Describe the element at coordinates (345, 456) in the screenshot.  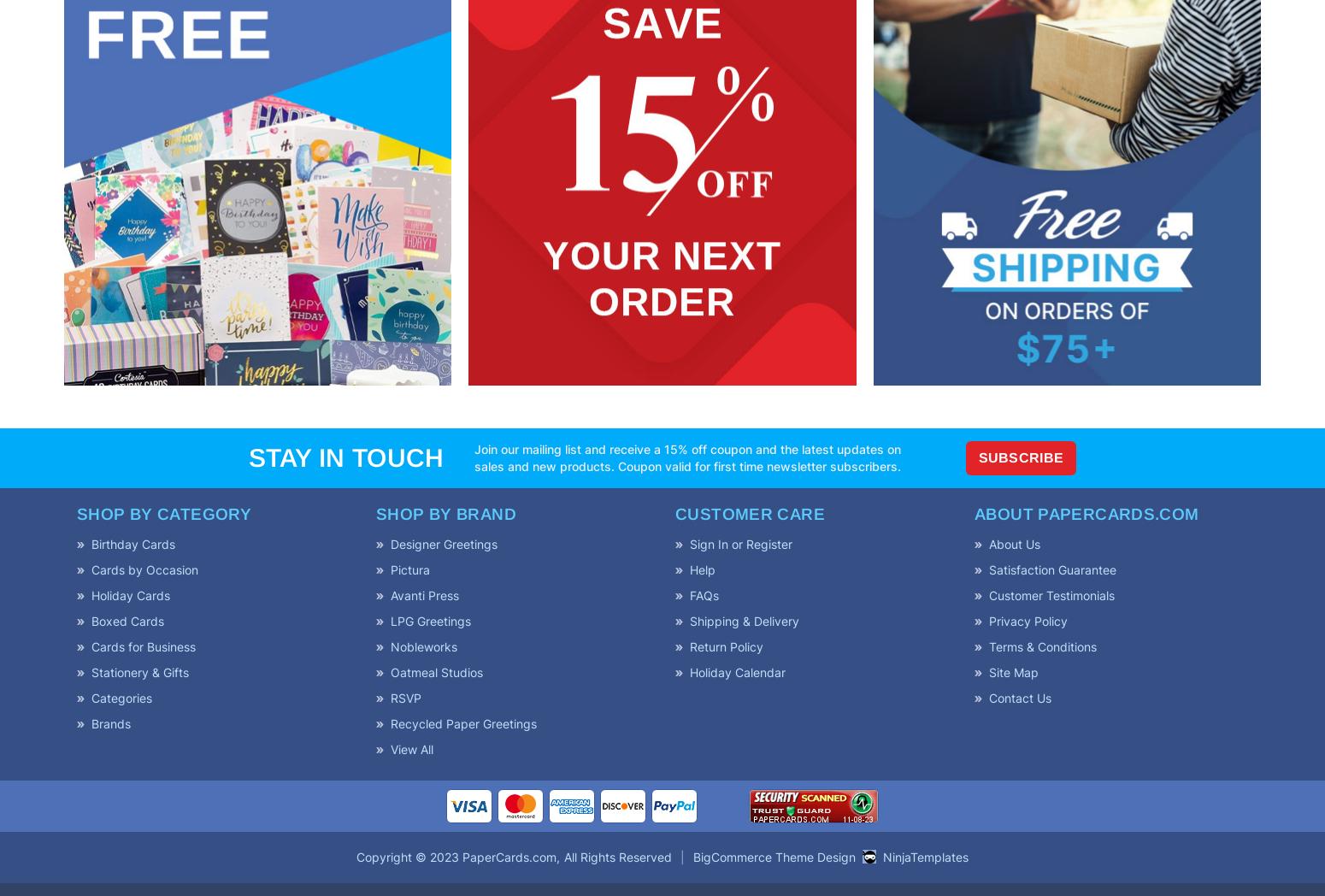
I see `'Stay In Touch'` at that location.